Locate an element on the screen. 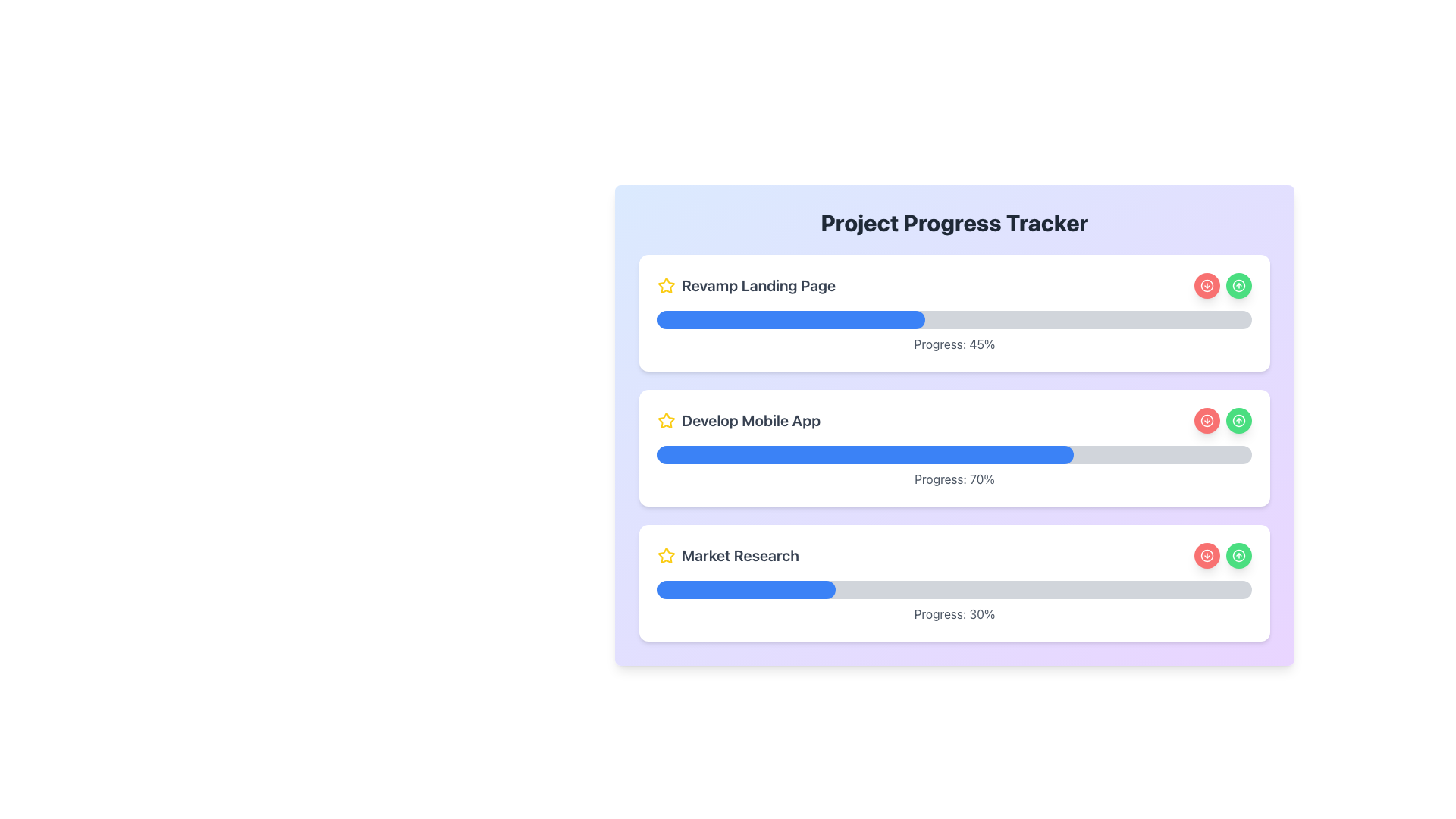 The width and height of the screenshot is (1456, 819). the text label with icon that displays the title of a task in the progress tracking interface, located between the 'Develop Mobile App' card and the progress indicator is located at coordinates (728, 555).